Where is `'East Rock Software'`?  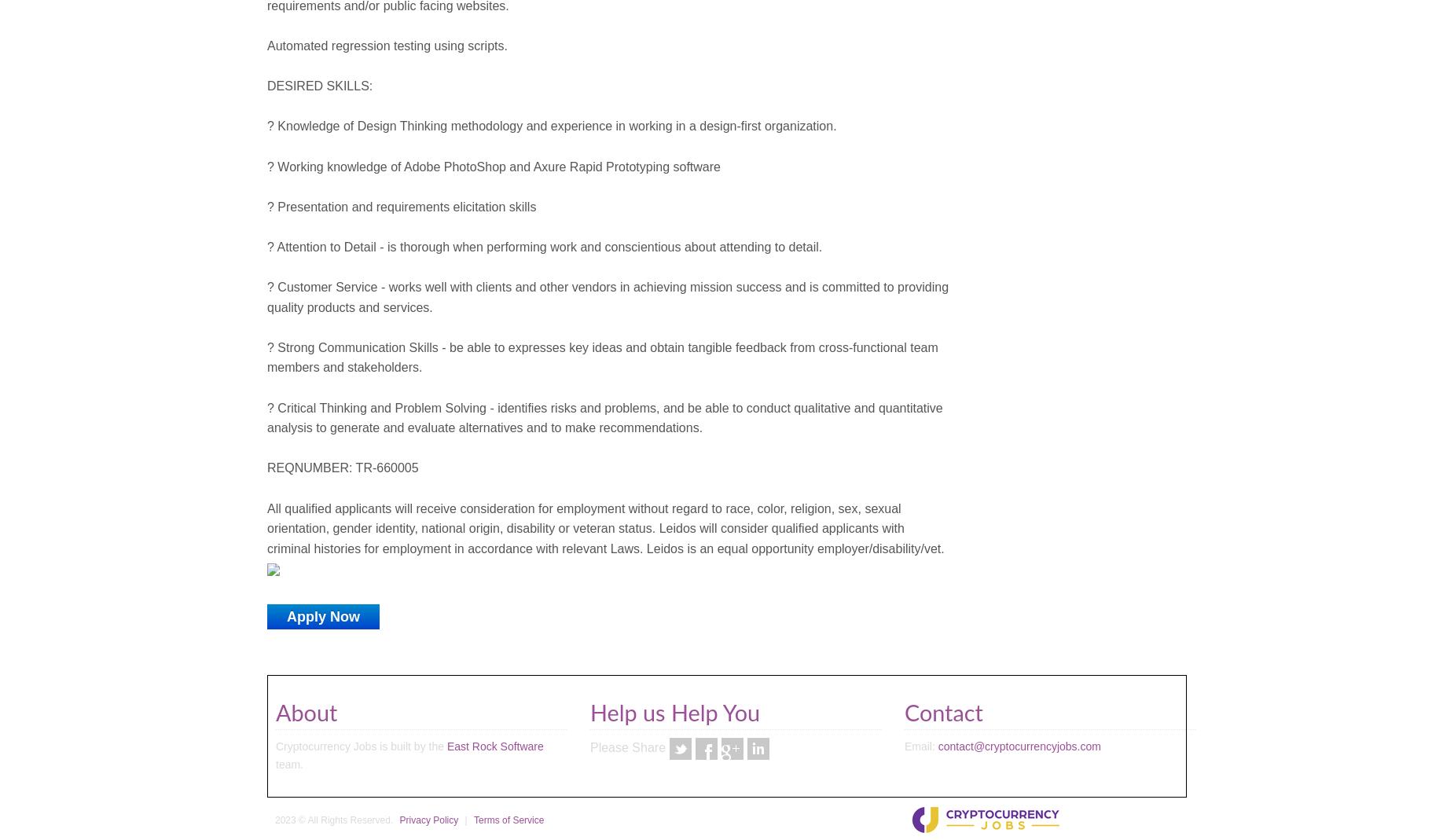 'East Rock Software' is located at coordinates (494, 746).